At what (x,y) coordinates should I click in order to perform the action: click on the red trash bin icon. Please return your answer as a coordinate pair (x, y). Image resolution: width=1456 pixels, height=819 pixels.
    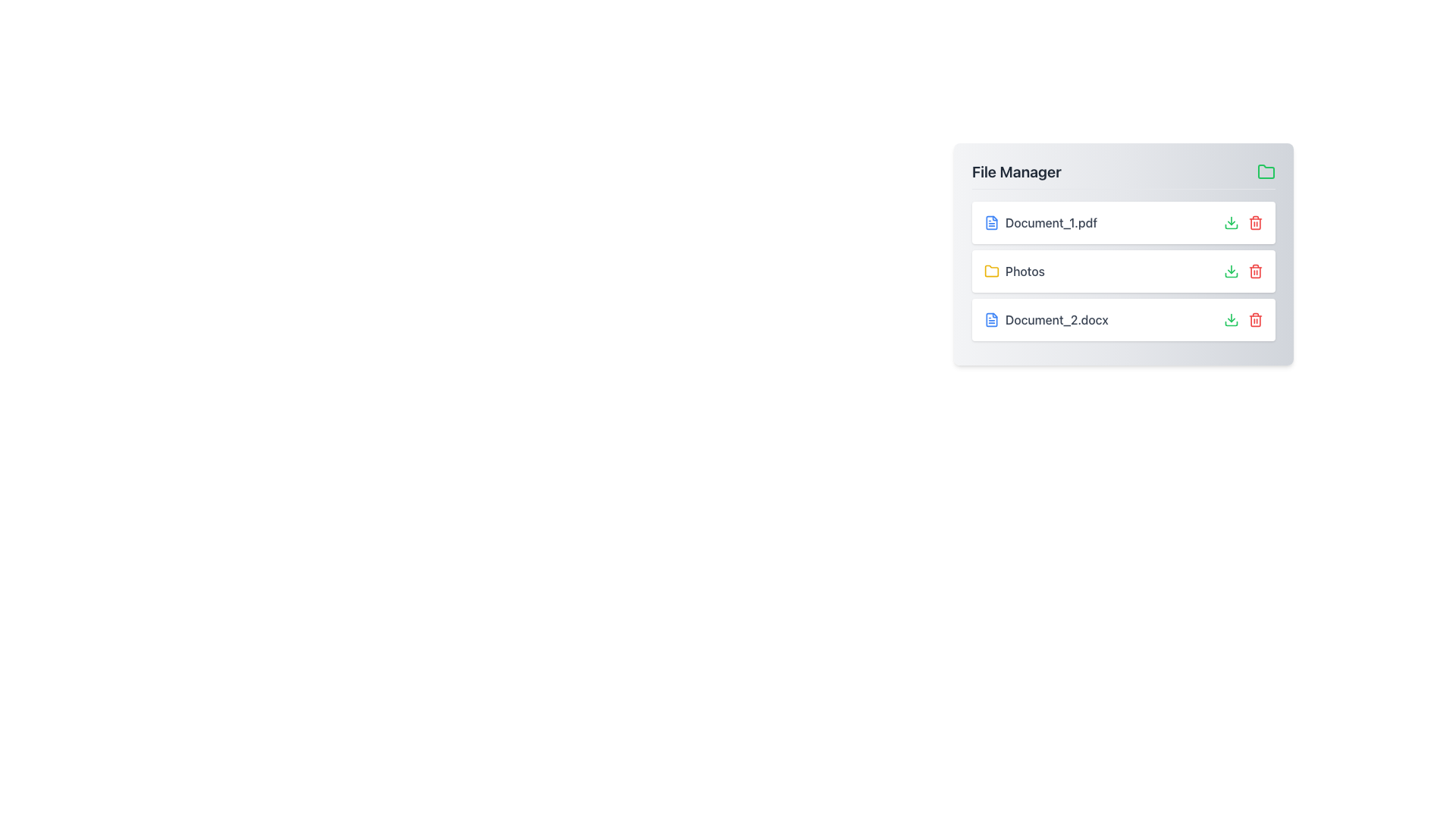
    Looking at the image, I should click on (1256, 271).